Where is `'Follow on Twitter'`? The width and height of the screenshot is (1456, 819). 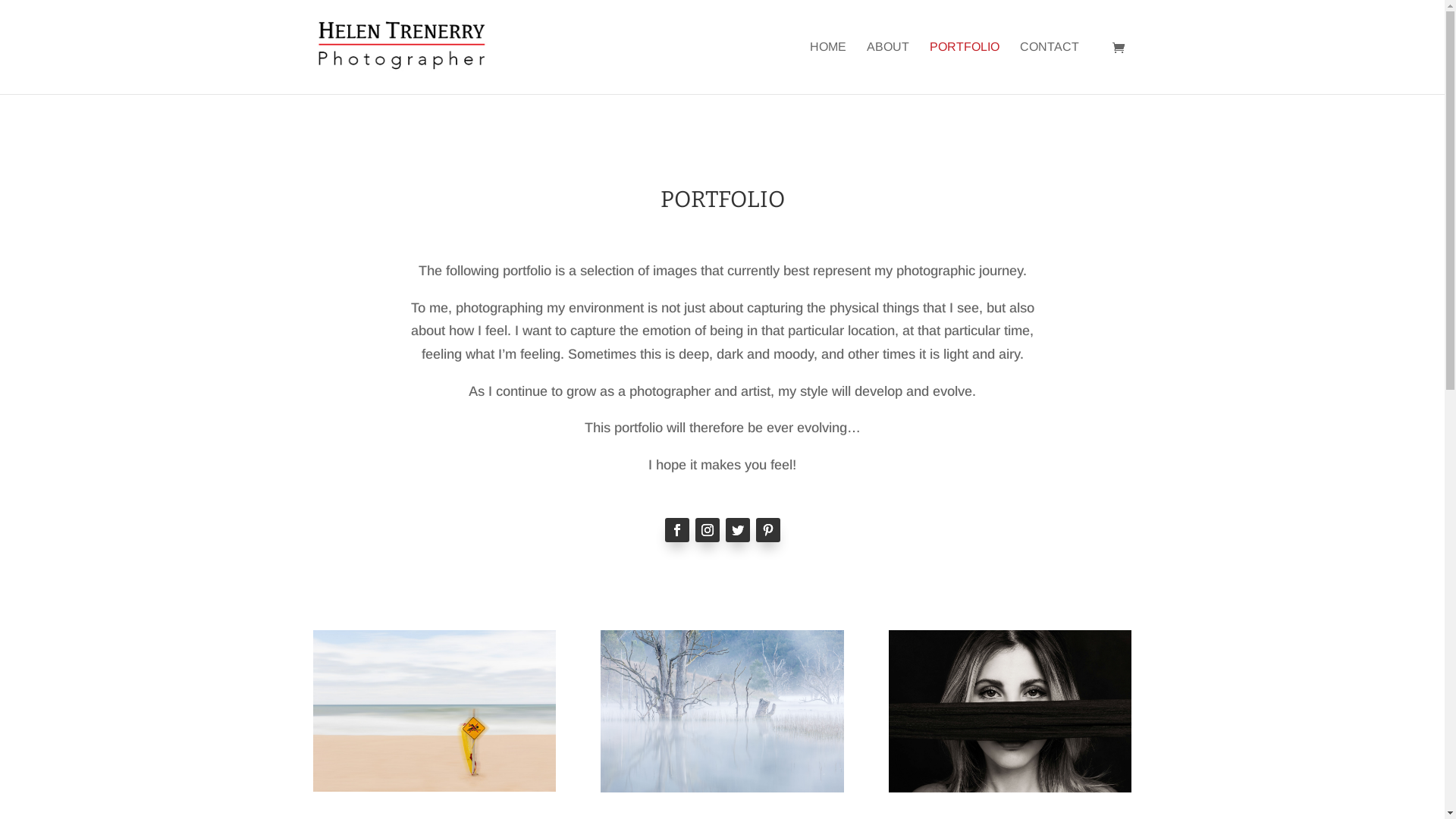 'Follow on Twitter' is located at coordinates (736, 529).